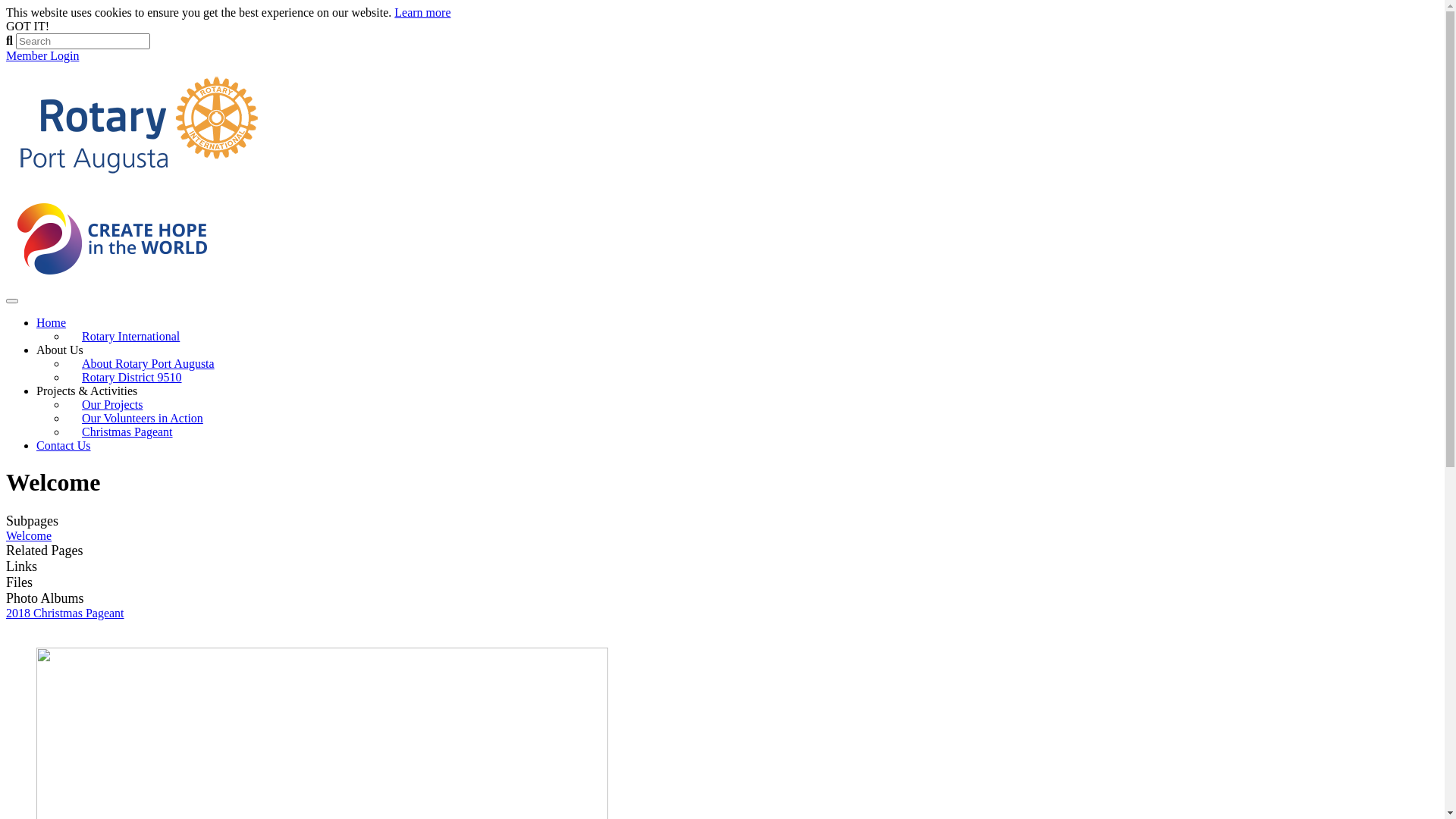  I want to click on 'Rotary District 9510', so click(131, 376).